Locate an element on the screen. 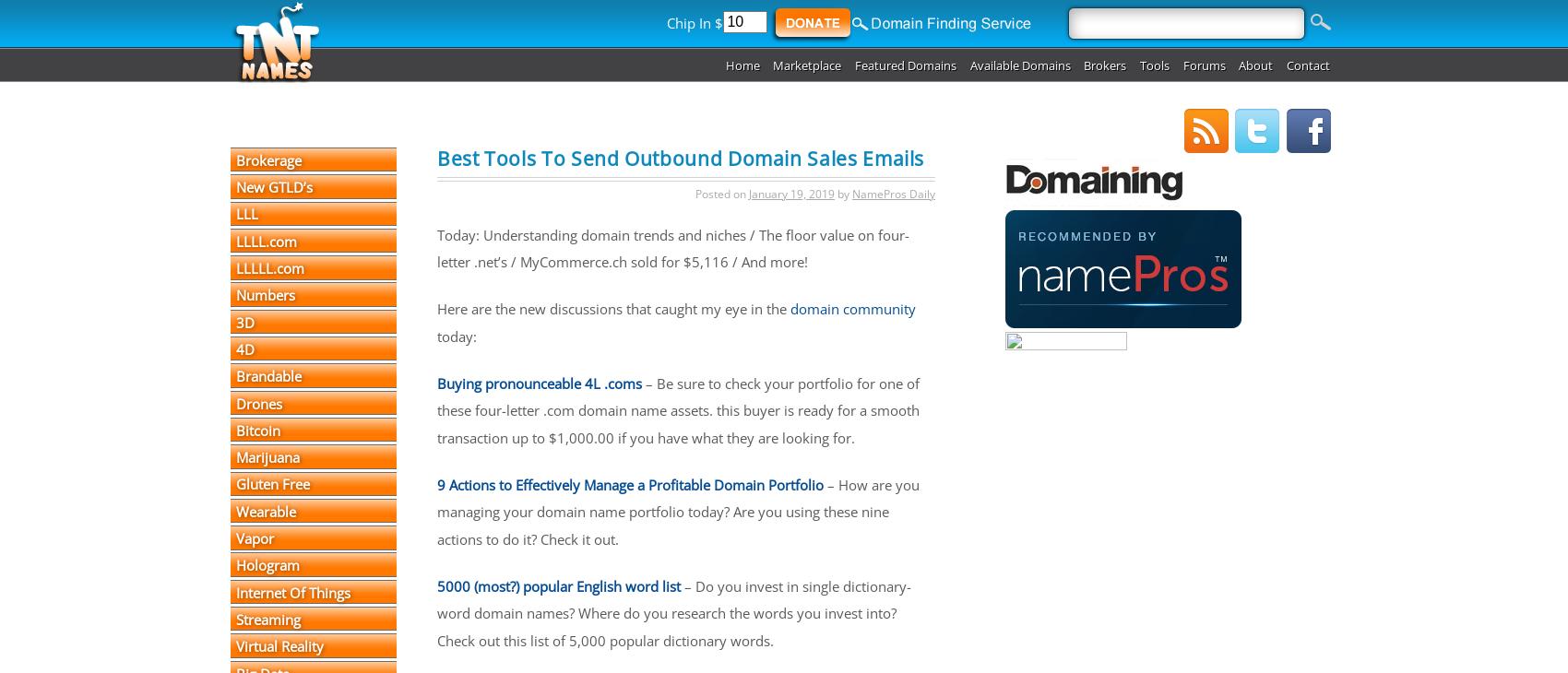 This screenshot has height=673, width=1568. 'Marketplace' is located at coordinates (771, 64).